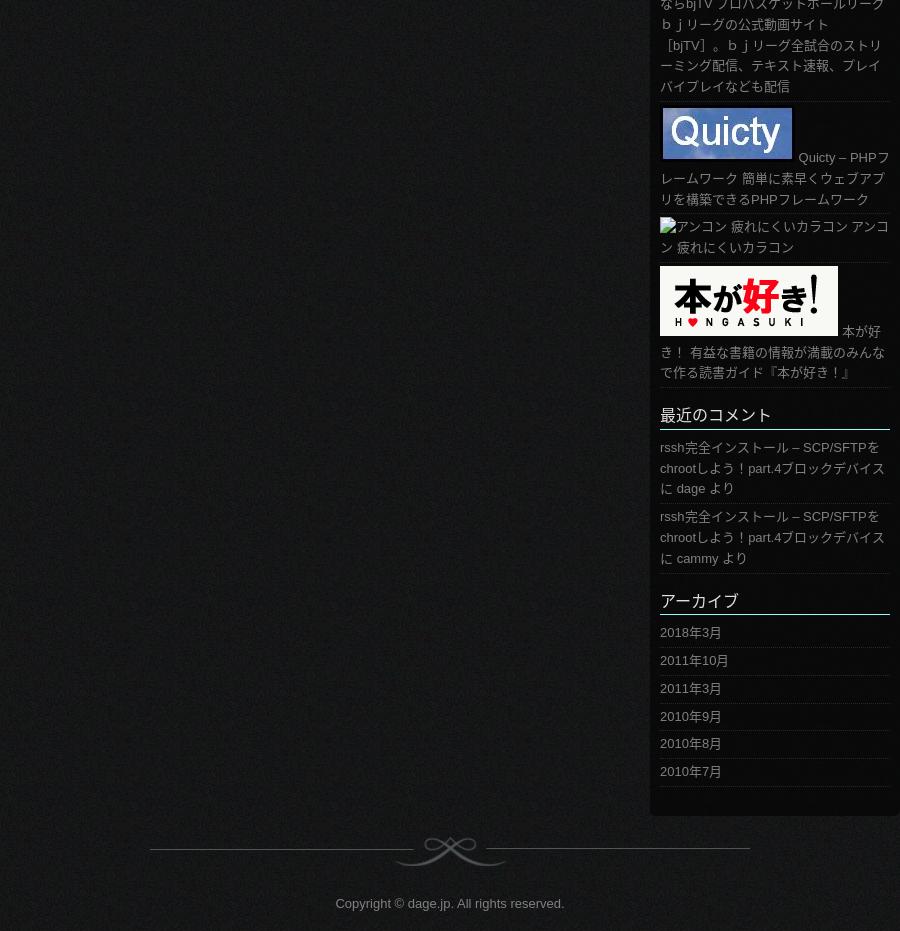  I want to click on 'Quicty – PHPフレームワーク', so click(773, 166).